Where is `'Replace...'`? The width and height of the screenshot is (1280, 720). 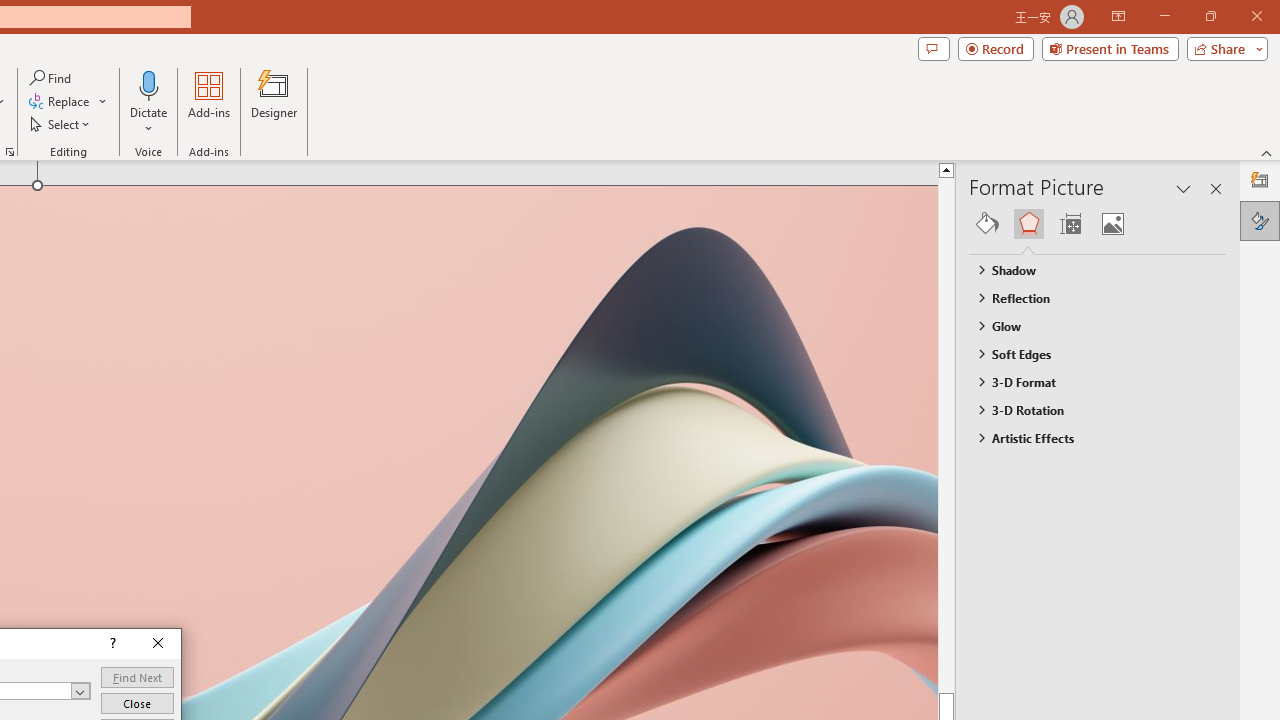 'Replace...' is located at coordinates (69, 101).